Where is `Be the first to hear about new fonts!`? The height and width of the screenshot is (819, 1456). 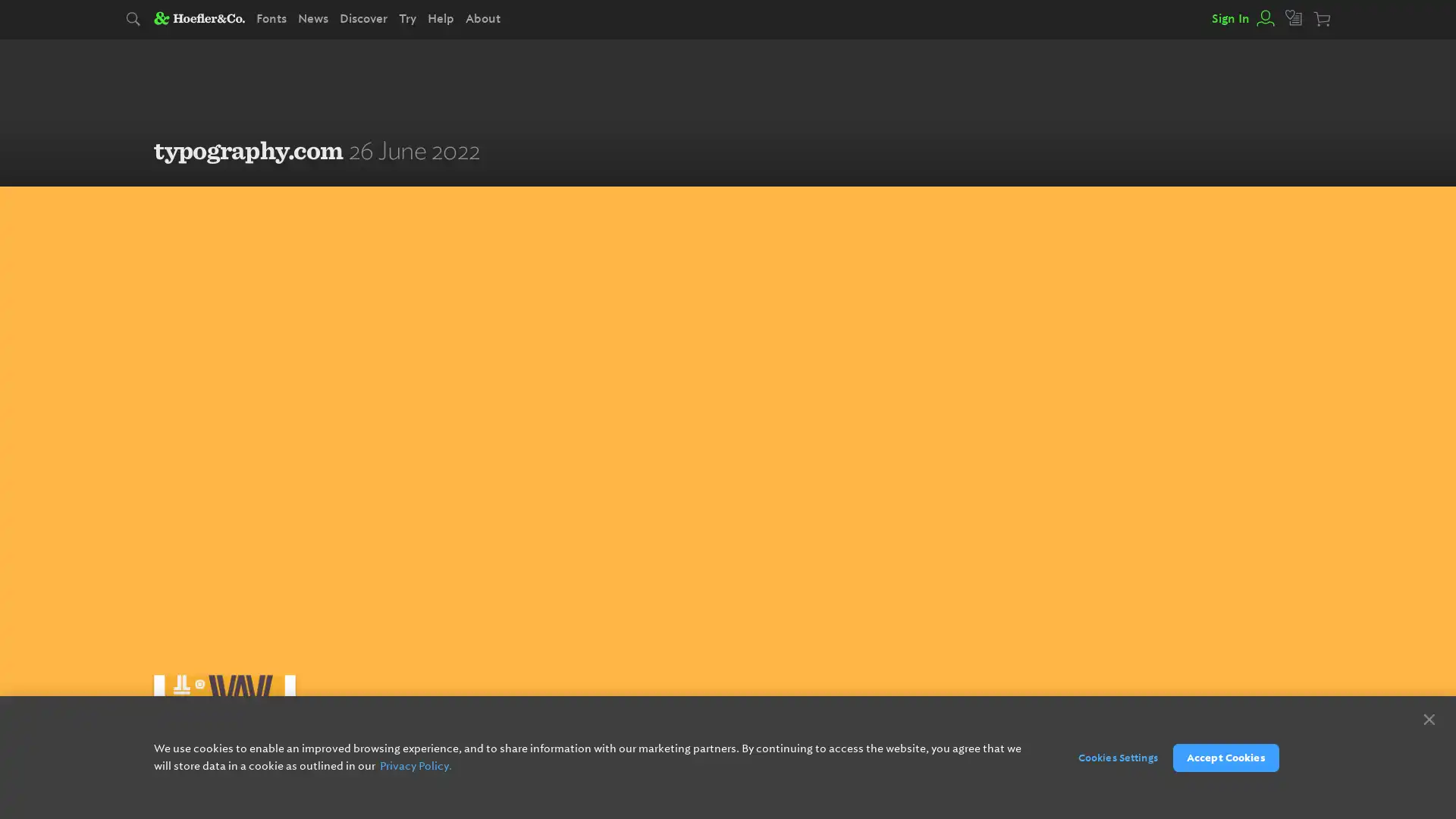
Be the first to hear about new fonts! is located at coordinates (803, 756).